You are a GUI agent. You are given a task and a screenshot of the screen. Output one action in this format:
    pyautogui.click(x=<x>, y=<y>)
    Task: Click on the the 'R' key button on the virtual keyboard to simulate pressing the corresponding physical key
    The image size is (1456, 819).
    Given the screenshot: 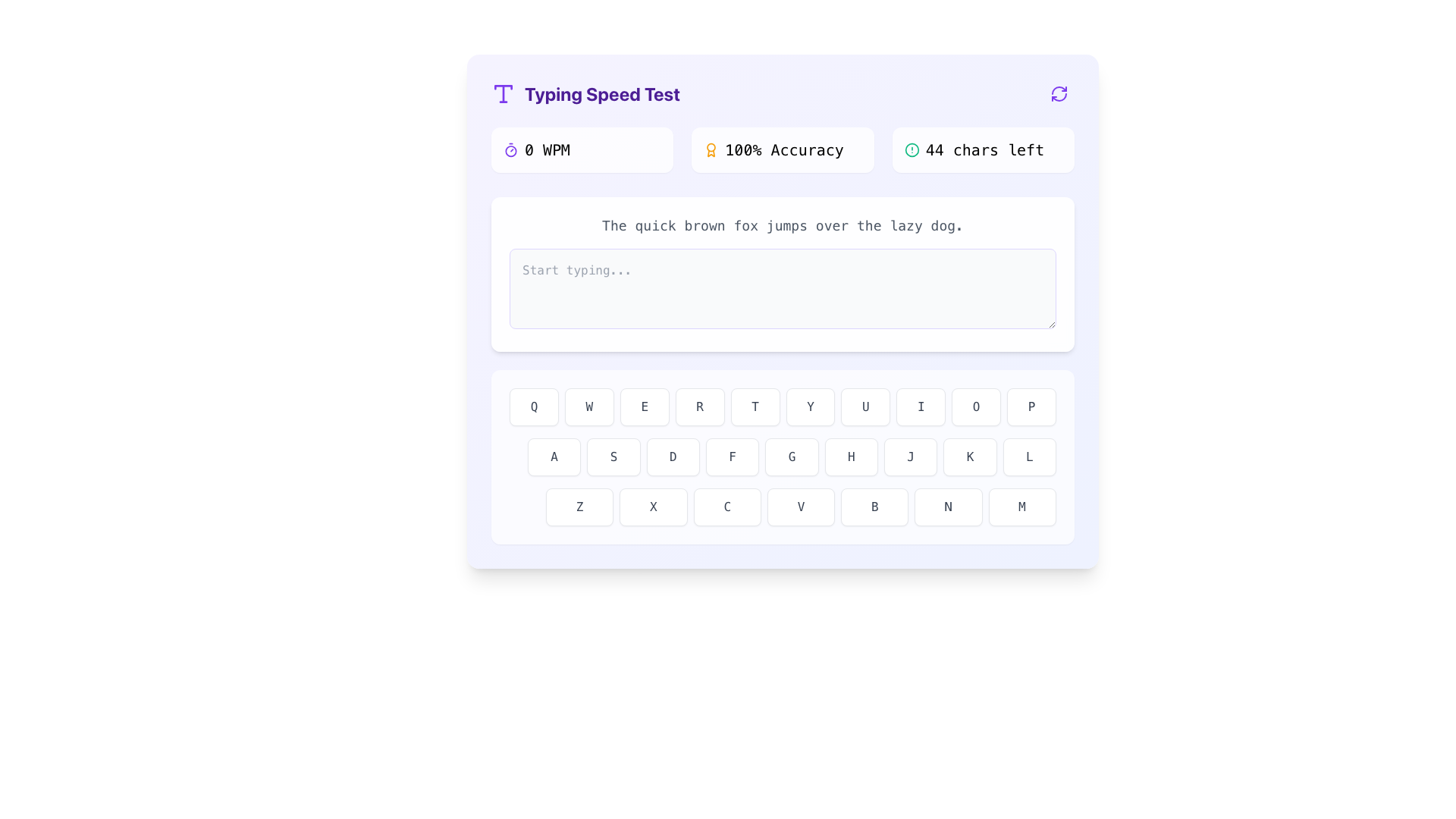 What is the action you would take?
    pyautogui.click(x=699, y=406)
    